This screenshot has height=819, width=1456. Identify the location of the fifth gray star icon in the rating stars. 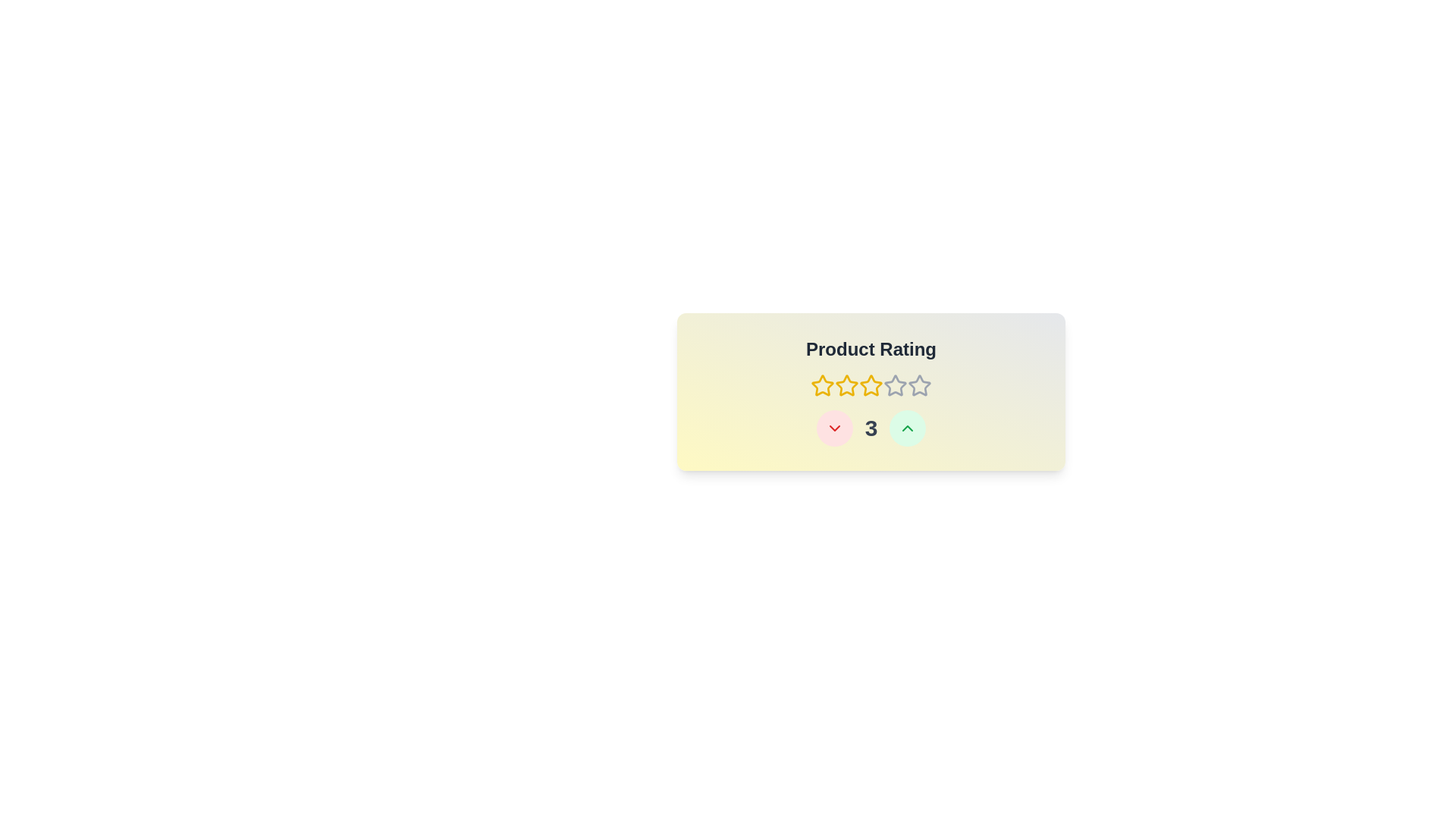
(919, 385).